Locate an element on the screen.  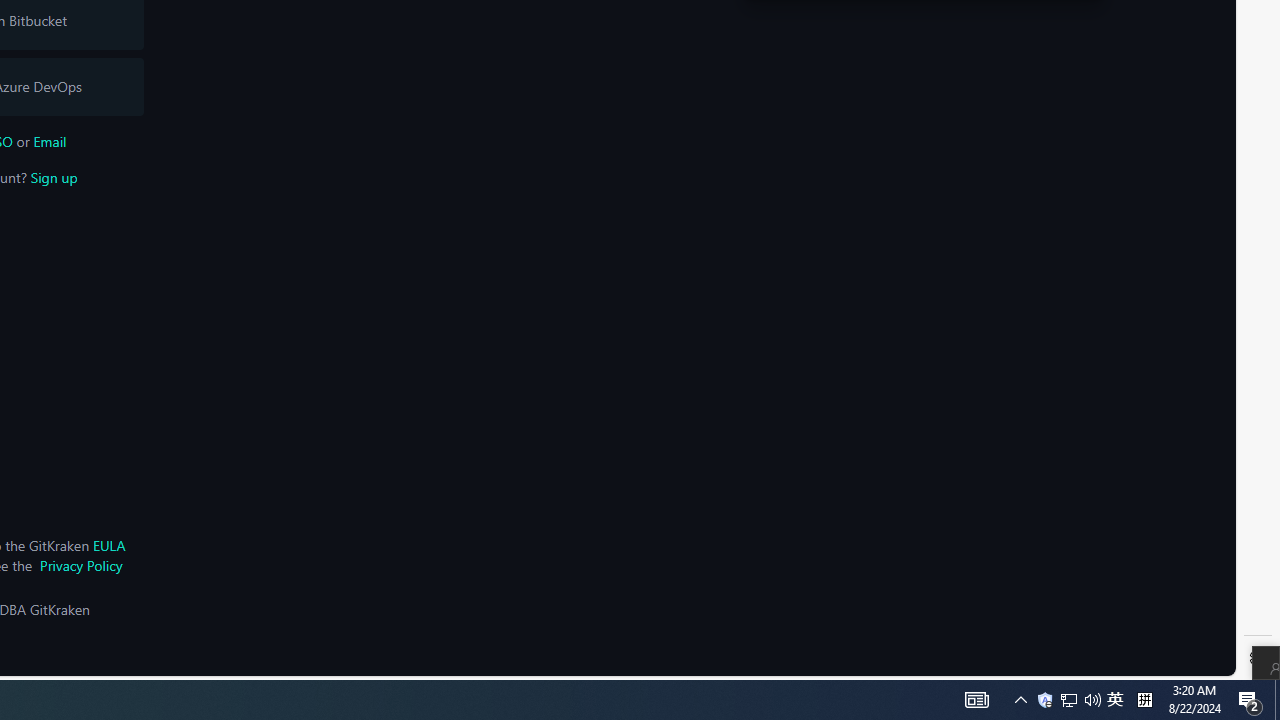
'Q2790: 100%' is located at coordinates (1092, 698).